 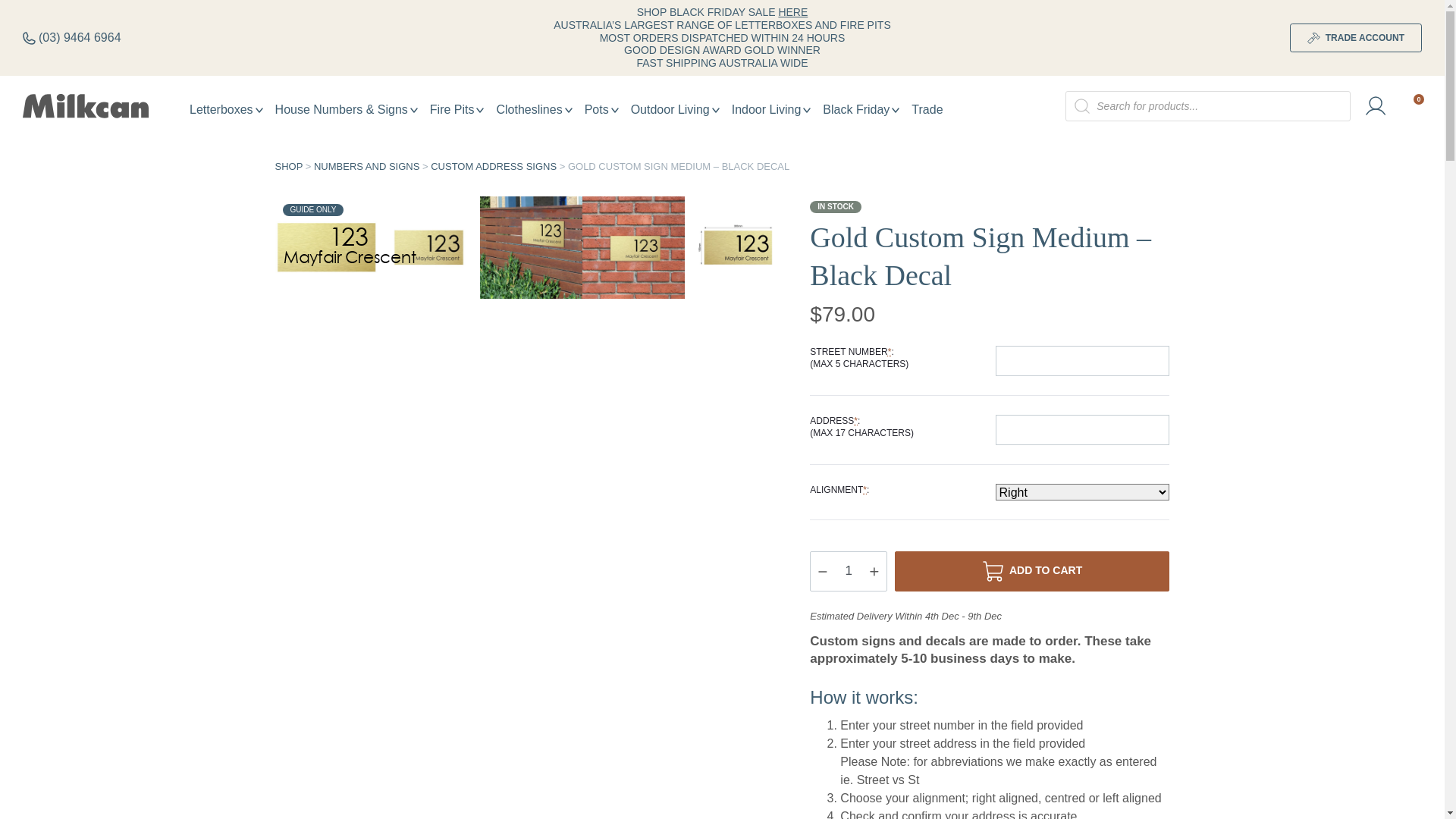 I want to click on 'Pots', so click(x=578, y=108).